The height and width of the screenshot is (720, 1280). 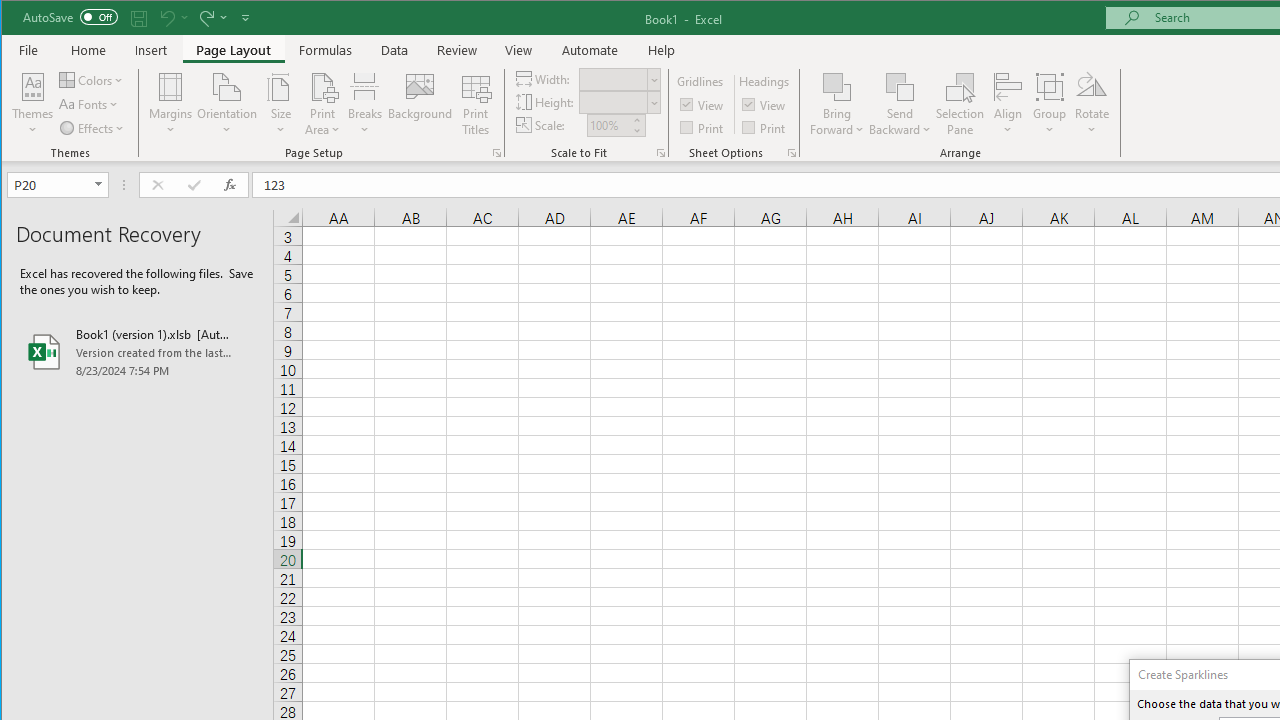 I want to click on 'Height', so click(x=612, y=102).